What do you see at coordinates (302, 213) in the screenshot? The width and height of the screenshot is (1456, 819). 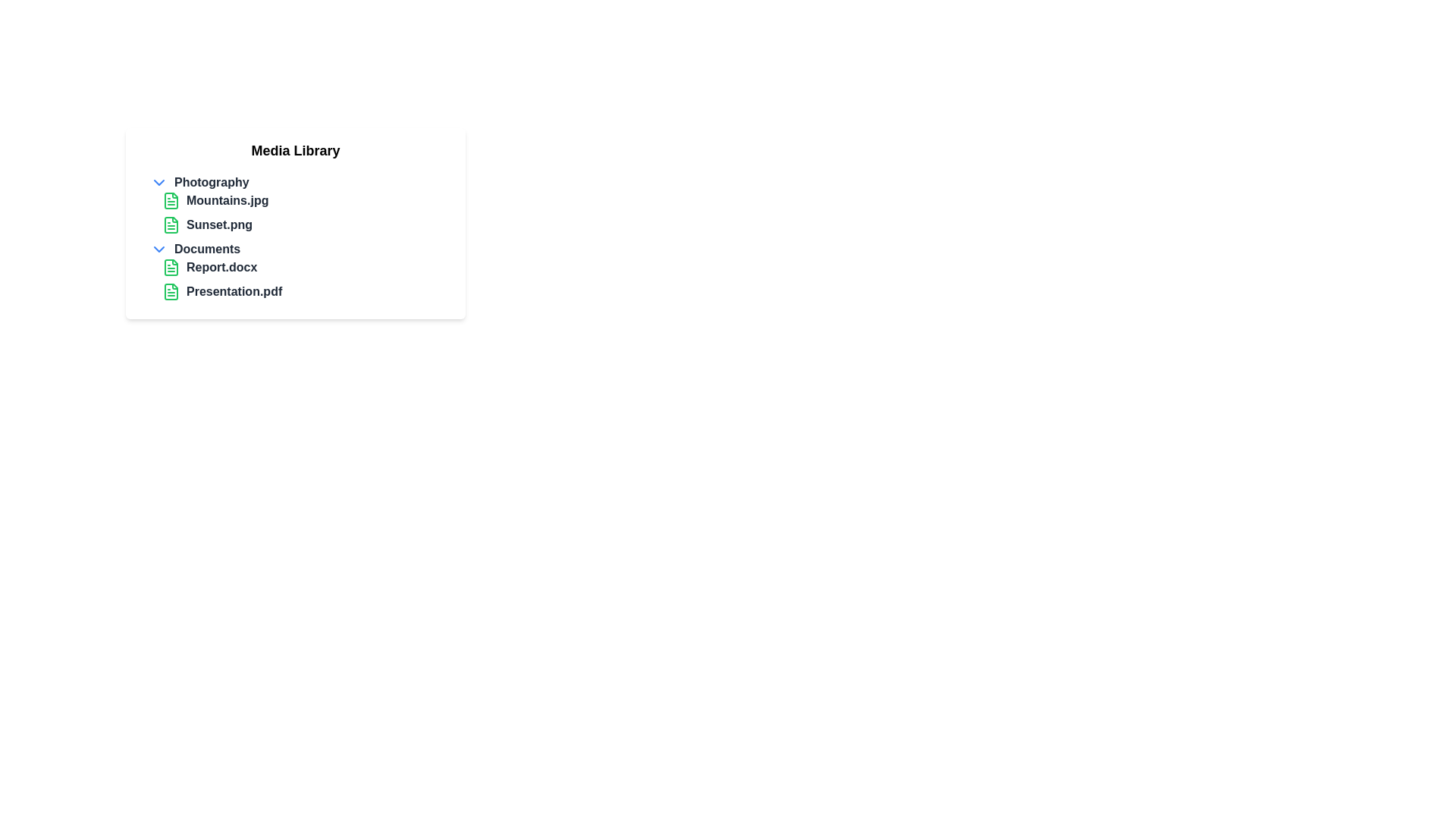 I see `the file entry 'Sunset.png' from the Photography section of the Media Library` at bounding box center [302, 213].